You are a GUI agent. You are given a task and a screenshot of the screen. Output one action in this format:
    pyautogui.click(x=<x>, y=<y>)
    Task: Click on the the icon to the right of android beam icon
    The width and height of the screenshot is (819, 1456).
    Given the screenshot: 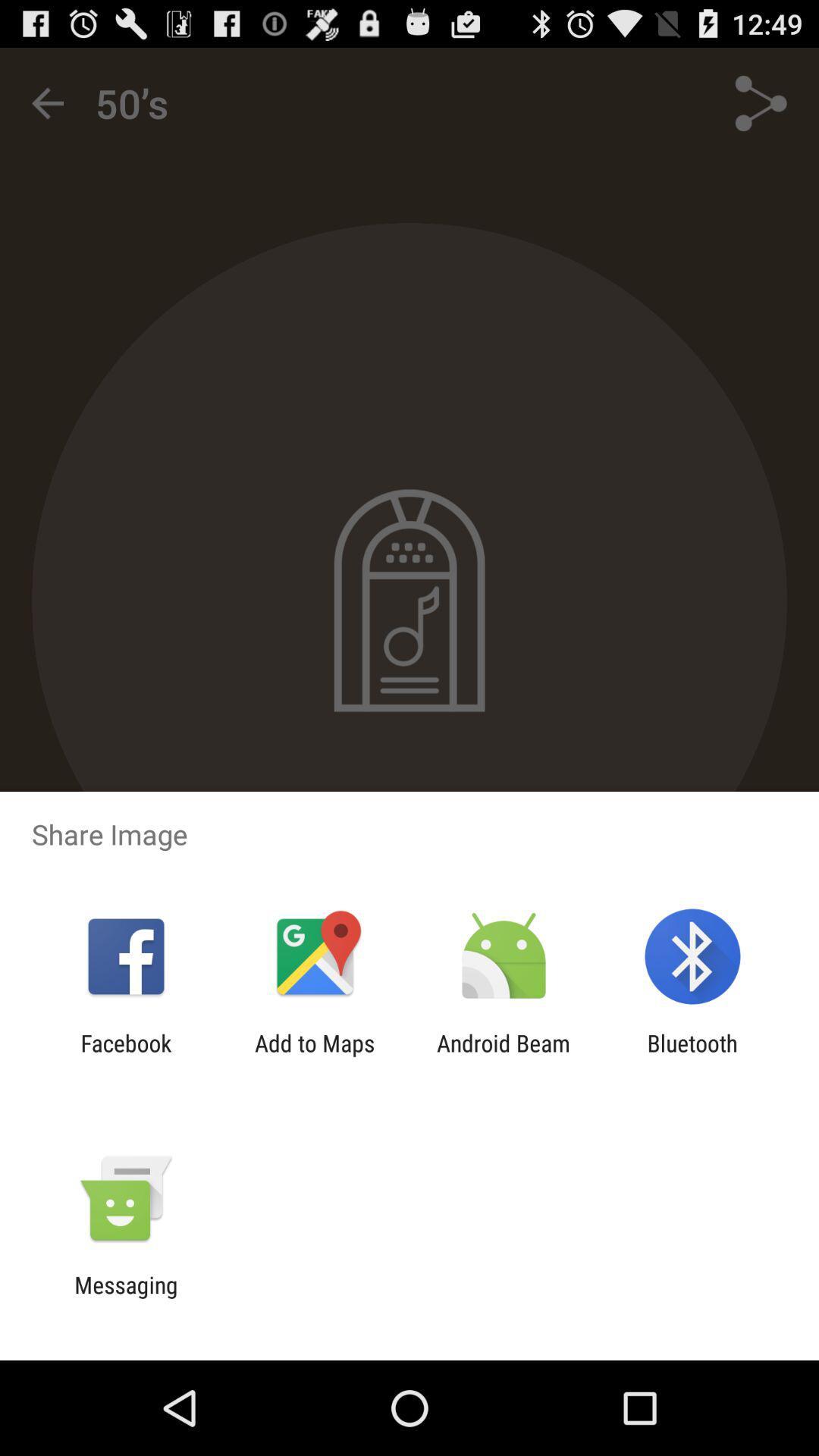 What is the action you would take?
    pyautogui.click(x=692, y=1056)
    